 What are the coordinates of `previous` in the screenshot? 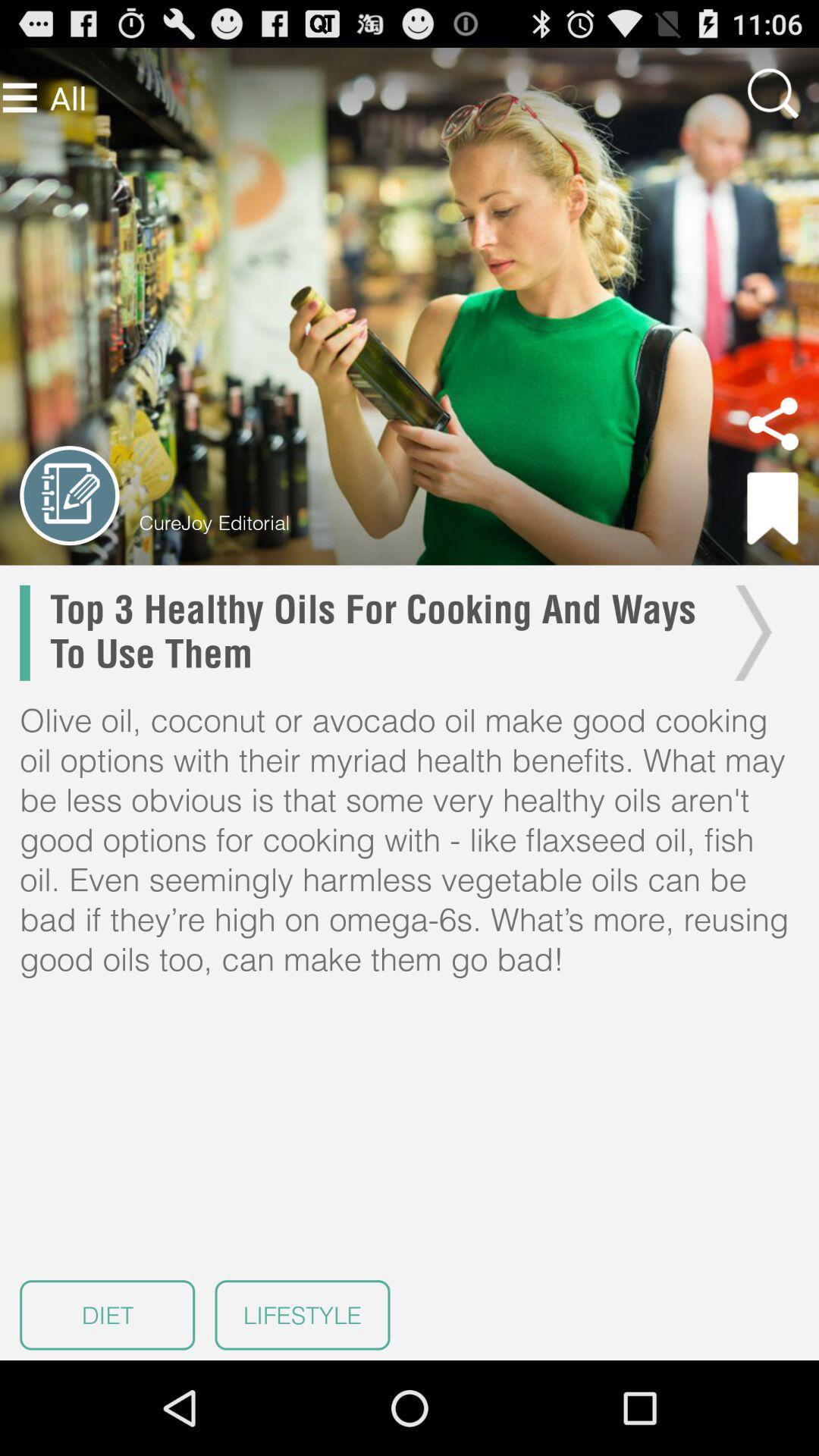 It's located at (69, 495).